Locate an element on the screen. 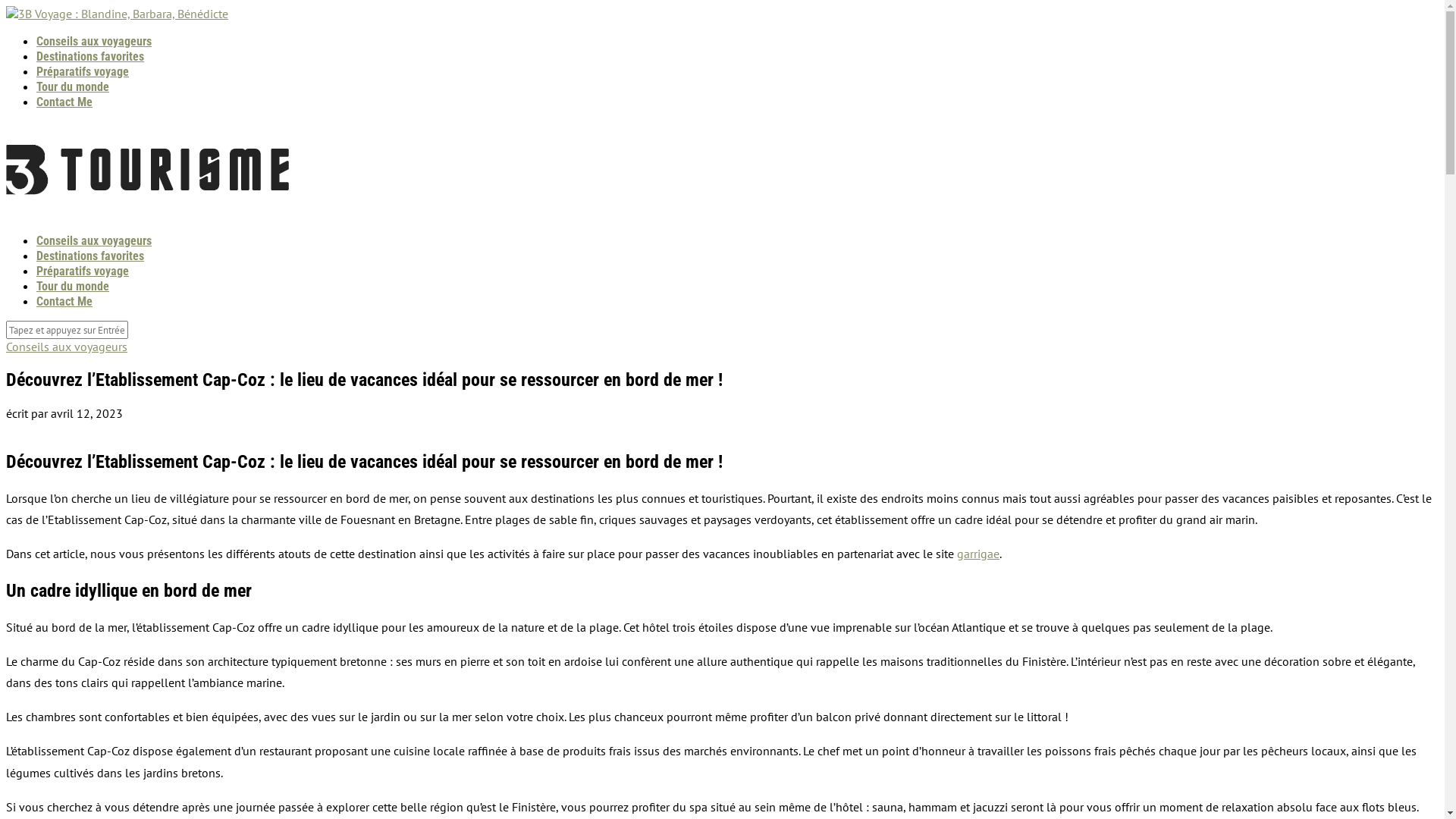 The width and height of the screenshot is (1456, 819). 'Conseils aux voyageurs' is located at coordinates (65, 346).